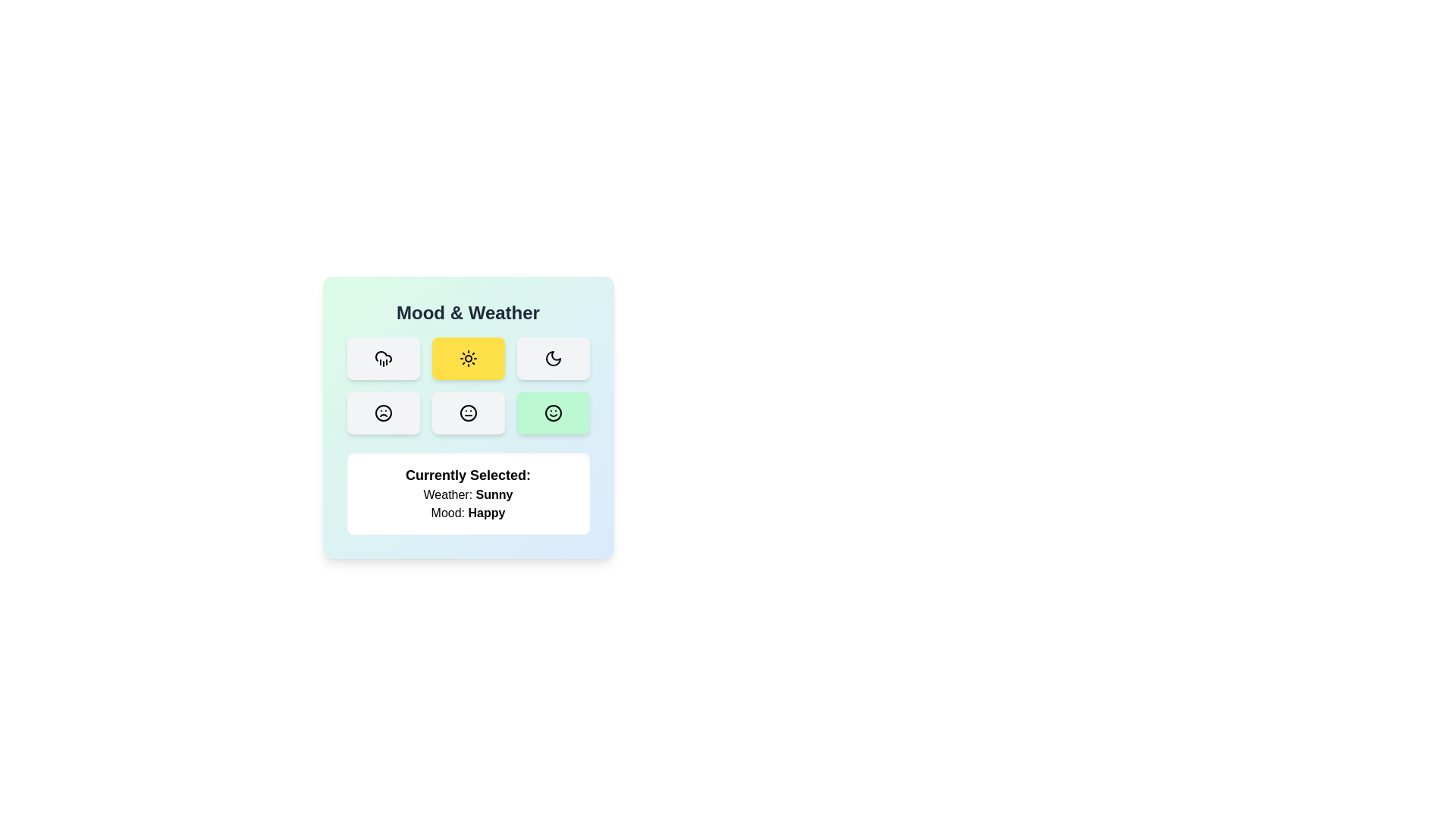 The height and width of the screenshot is (819, 1456). Describe the element at coordinates (467, 359) in the screenshot. I see `the 'sunny' weather condition button located centrally below the 'Mood & Weather' heading` at that location.